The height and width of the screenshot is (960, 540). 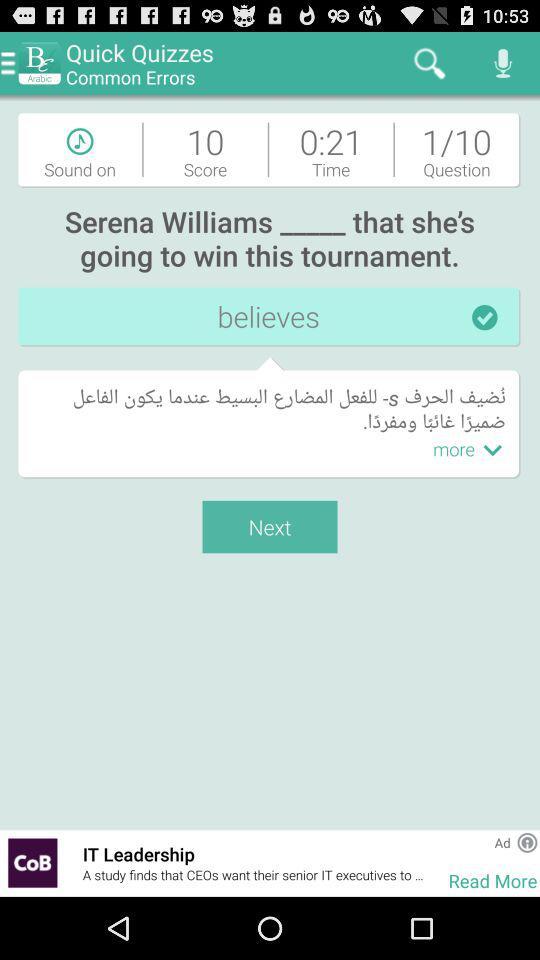 What do you see at coordinates (436, 862) in the screenshot?
I see `the icon below the more icon` at bounding box center [436, 862].